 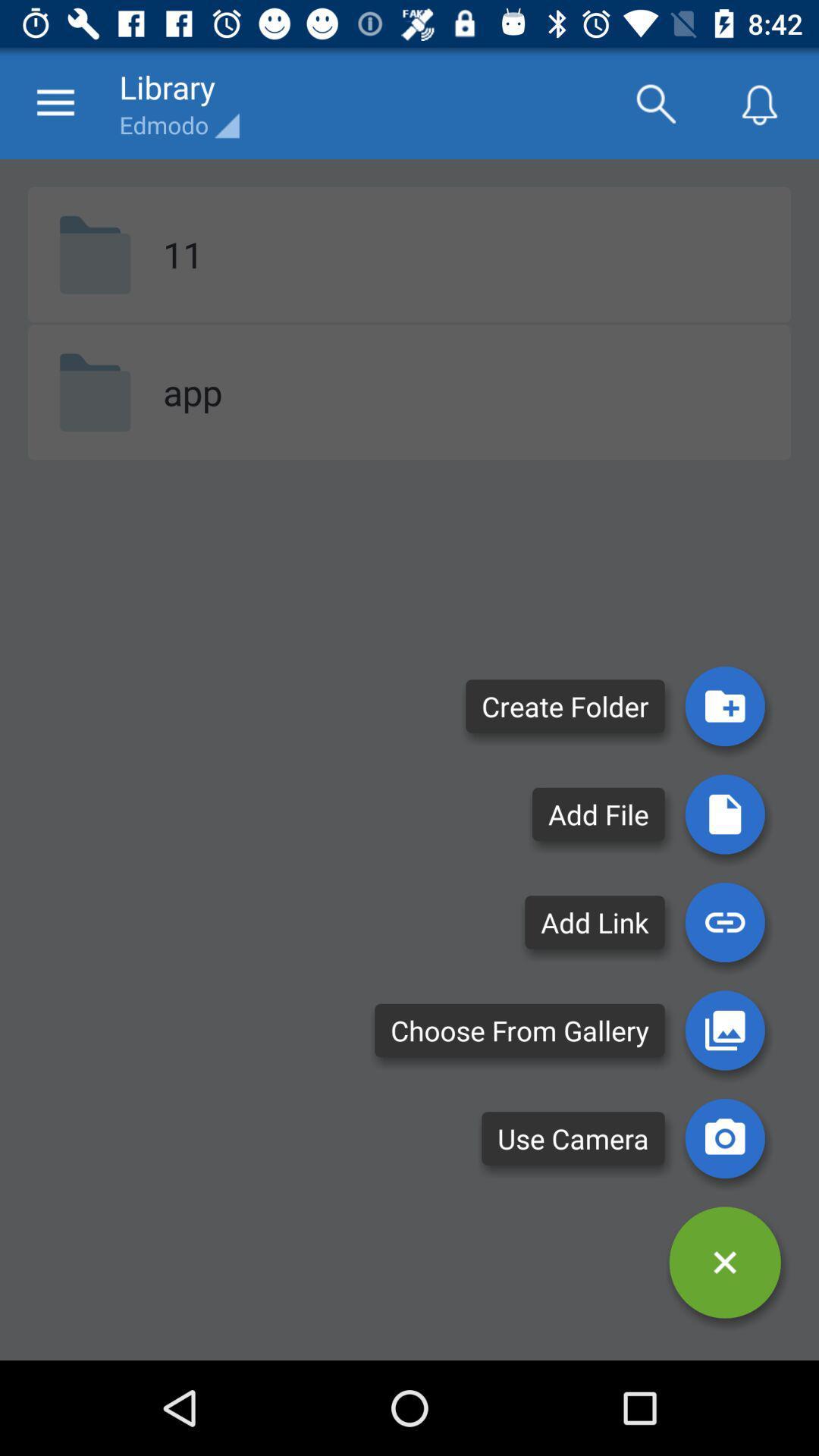 What do you see at coordinates (724, 1030) in the screenshot?
I see `choose an image from gallery` at bounding box center [724, 1030].